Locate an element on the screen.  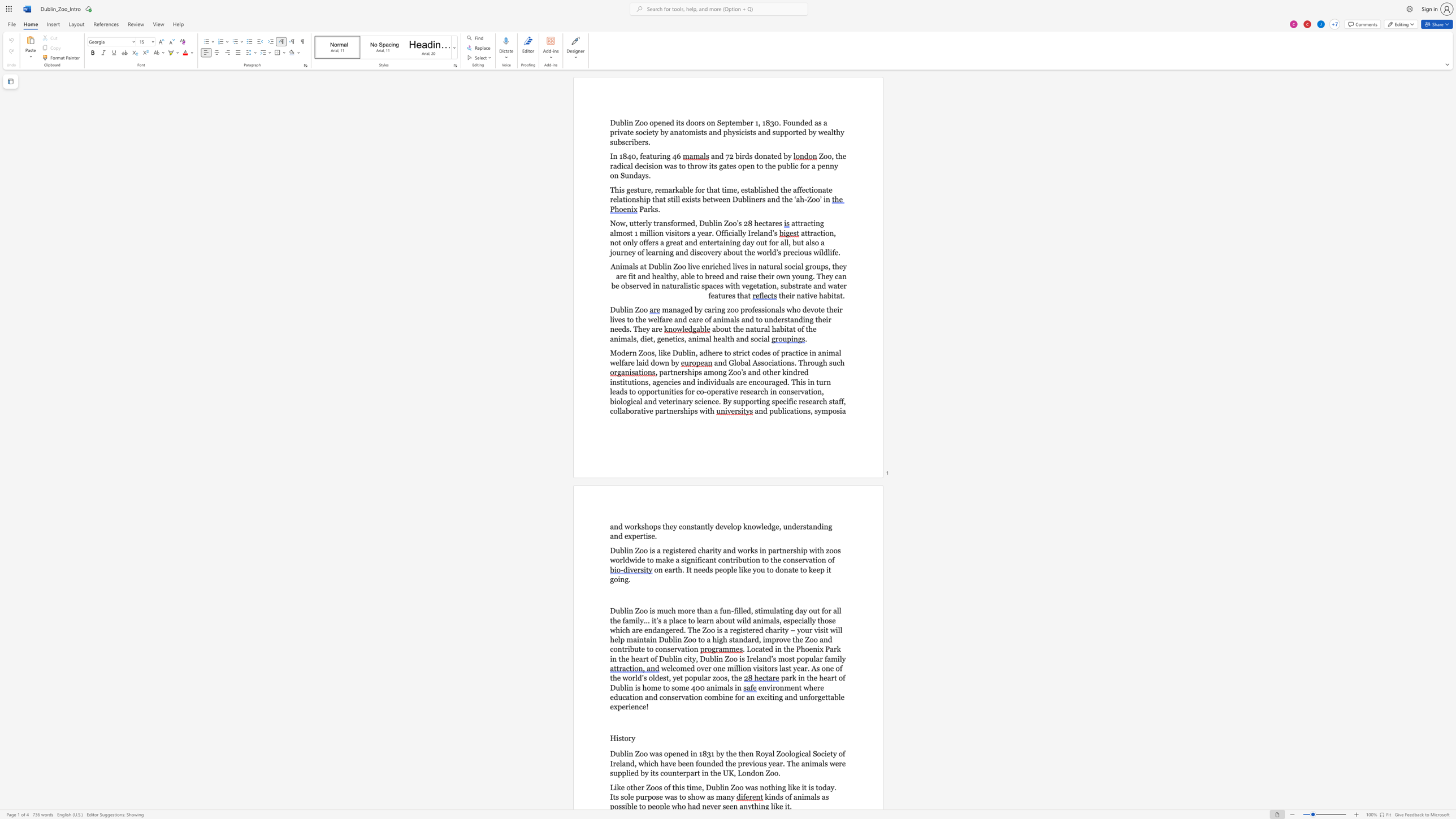
the space between the continuous character "t" and "a" in the text is located at coordinates (751, 189).